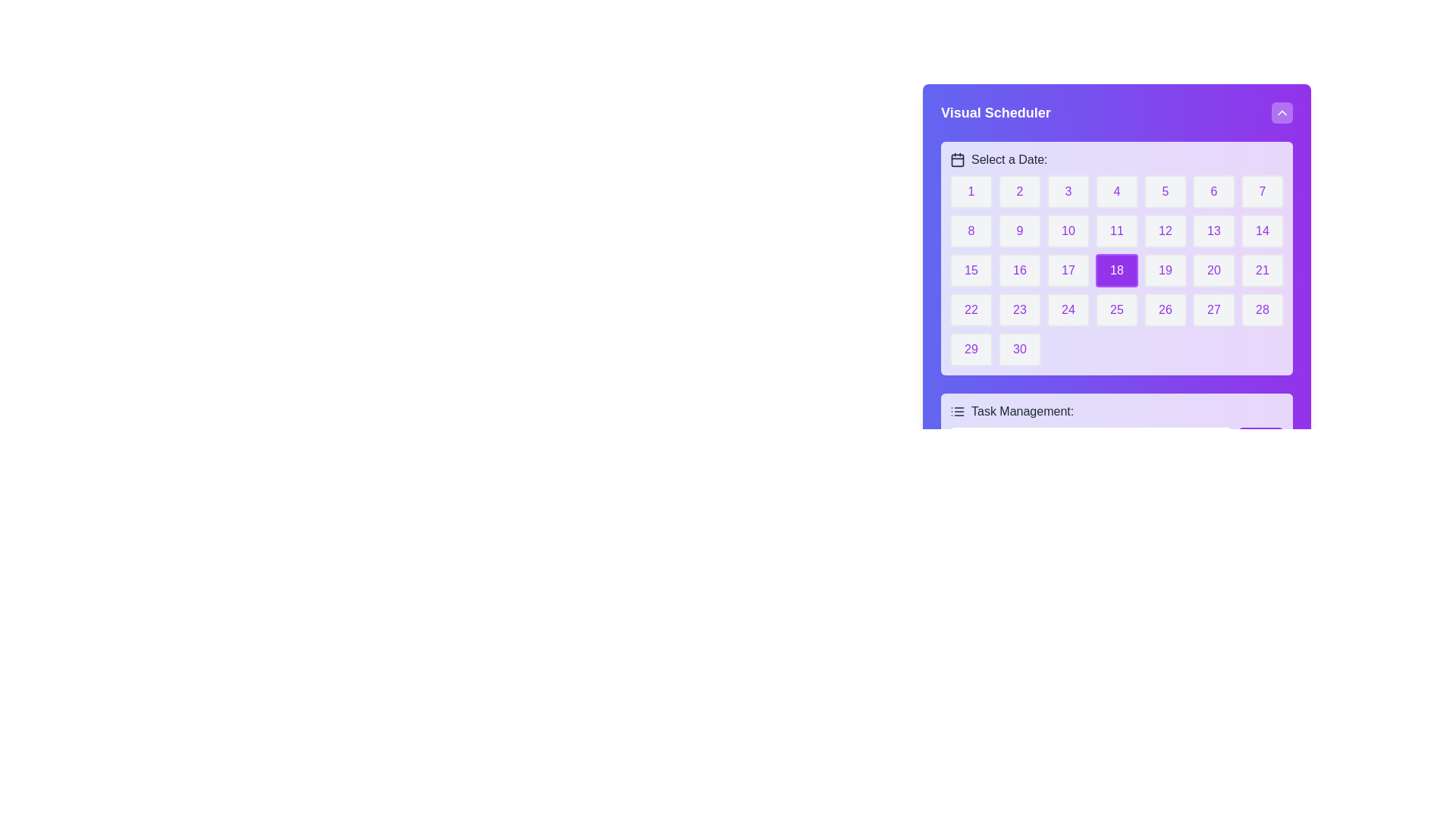 The image size is (1456, 819). I want to click on the button representing the date '25' in the calendar interface, so click(1117, 309).